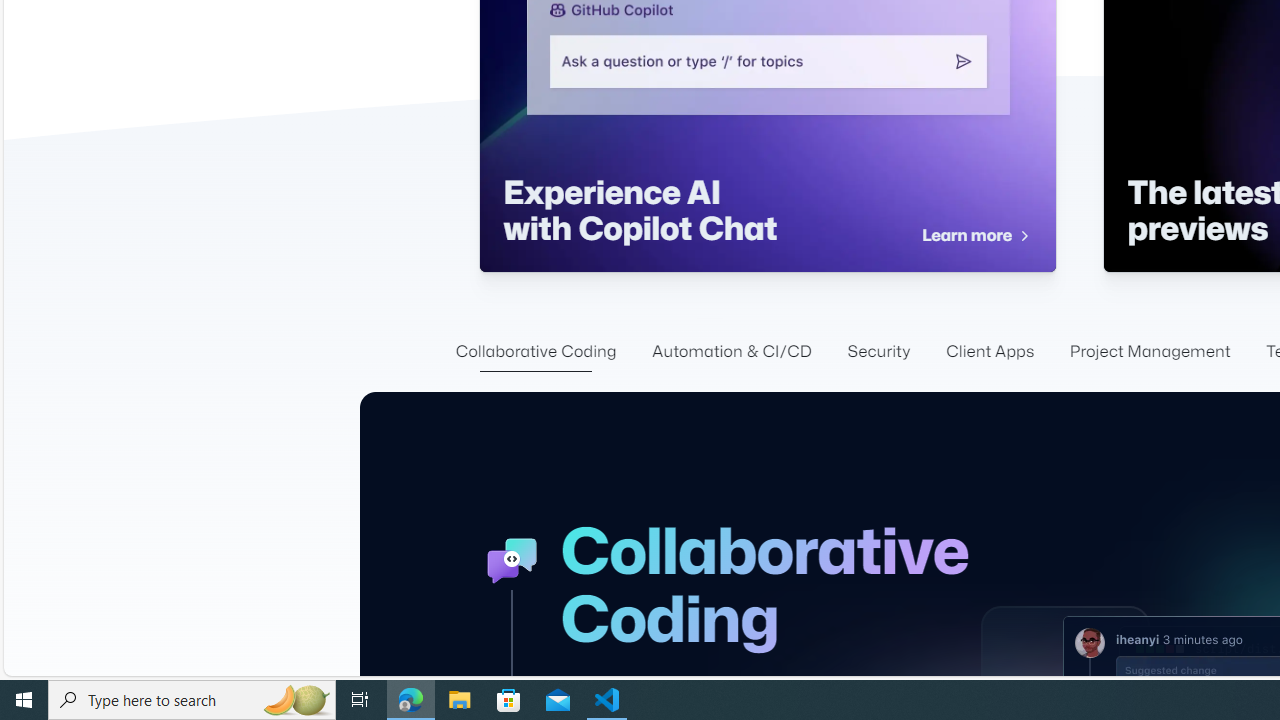 The width and height of the screenshot is (1280, 720). Describe the element at coordinates (731, 351) in the screenshot. I see `'Automation & CI/CD'` at that location.